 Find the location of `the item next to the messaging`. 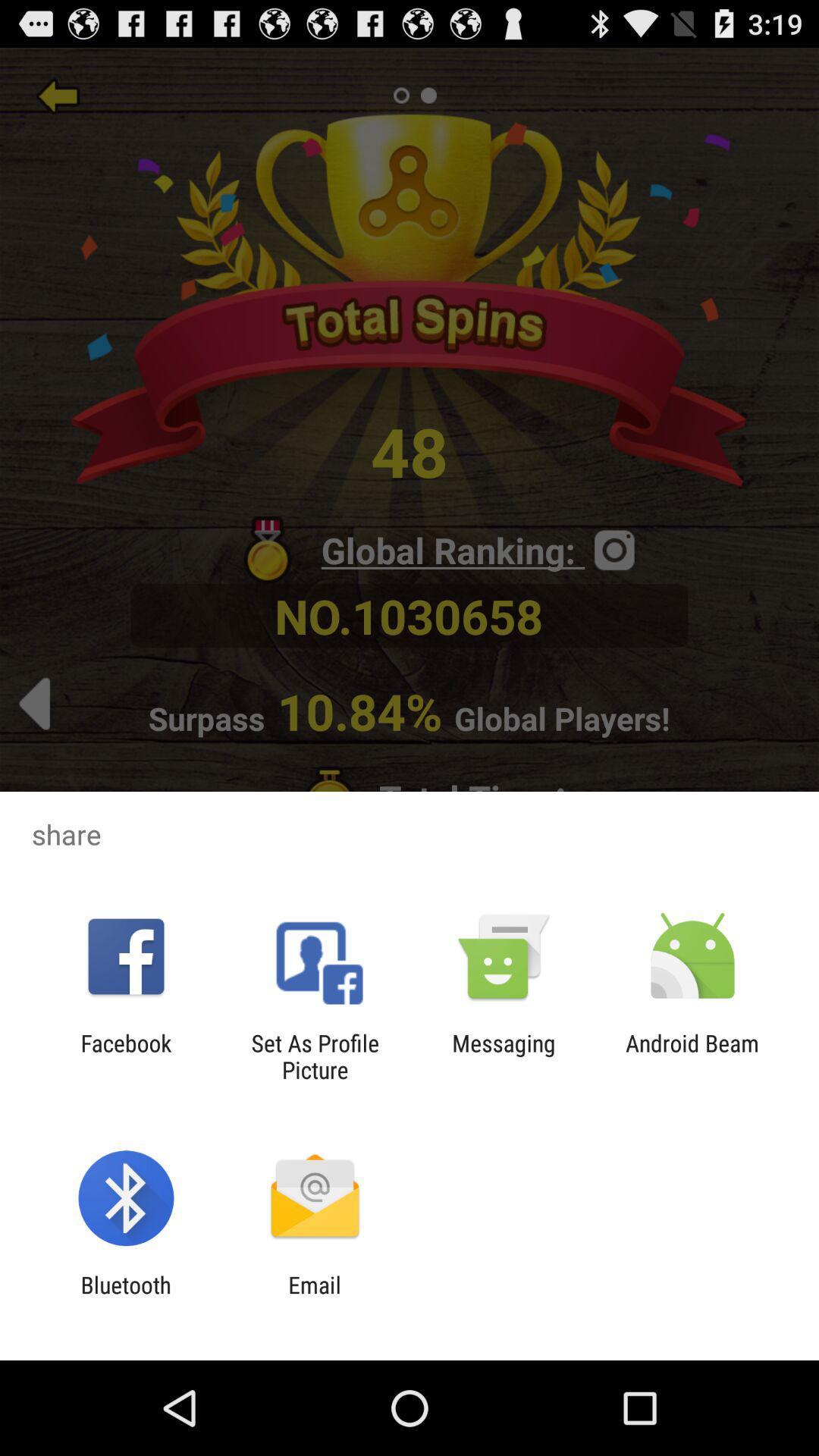

the item next to the messaging is located at coordinates (692, 1056).